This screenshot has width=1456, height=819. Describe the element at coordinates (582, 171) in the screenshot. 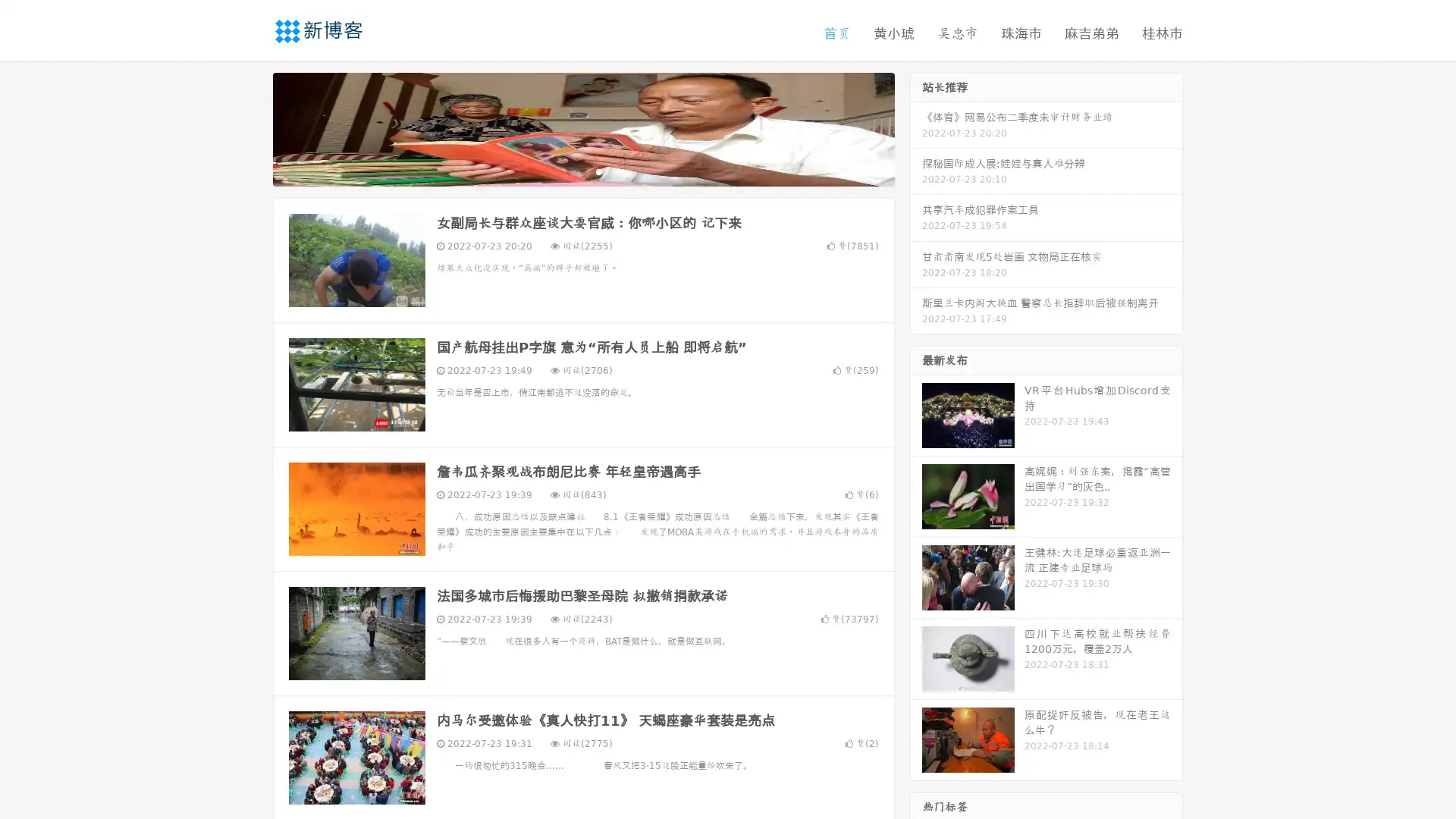

I see `Go to slide 2` at that location.